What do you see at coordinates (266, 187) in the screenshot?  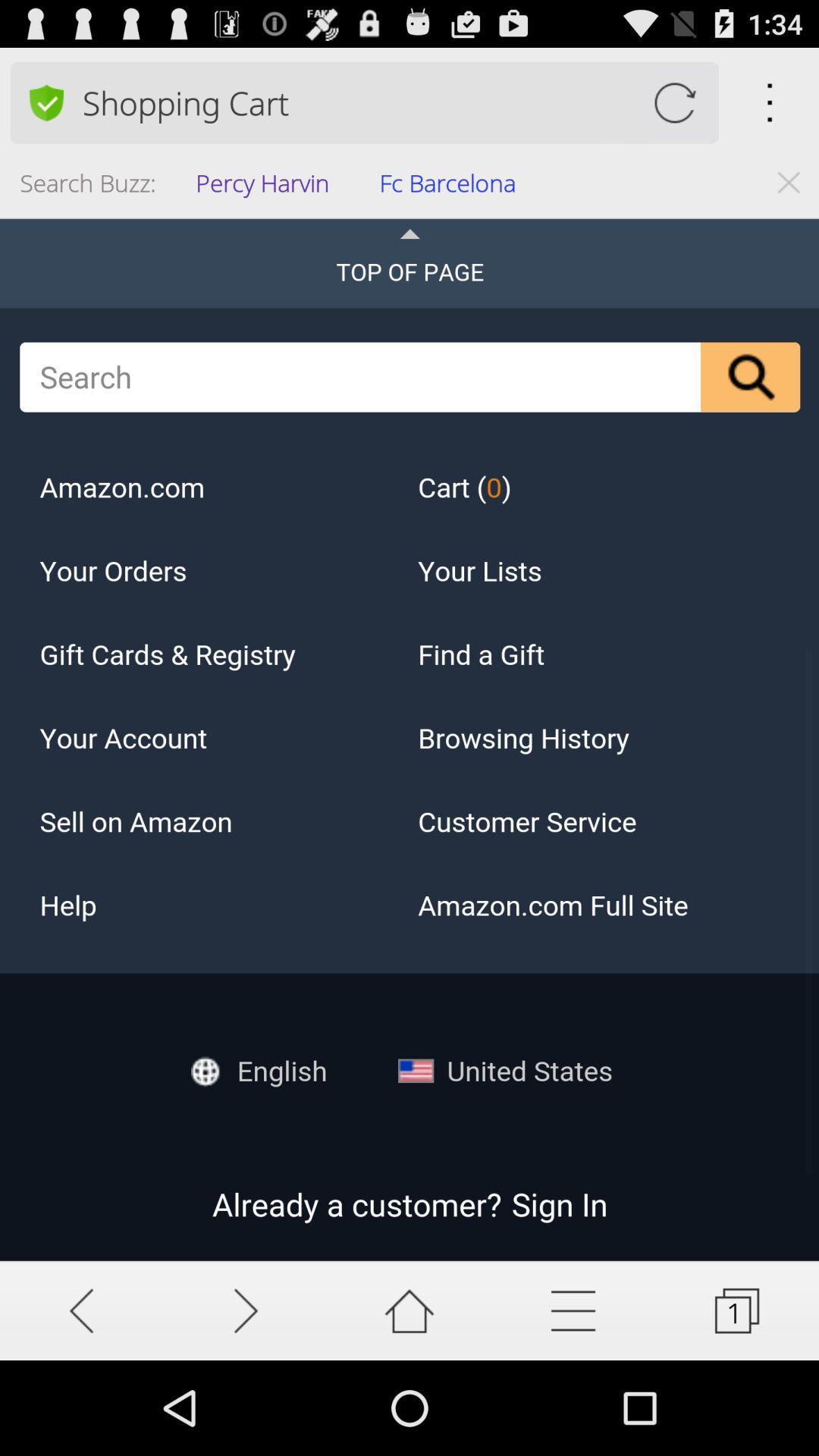 I see `the app below the shopping cart app` at bounding box center [266, 187].